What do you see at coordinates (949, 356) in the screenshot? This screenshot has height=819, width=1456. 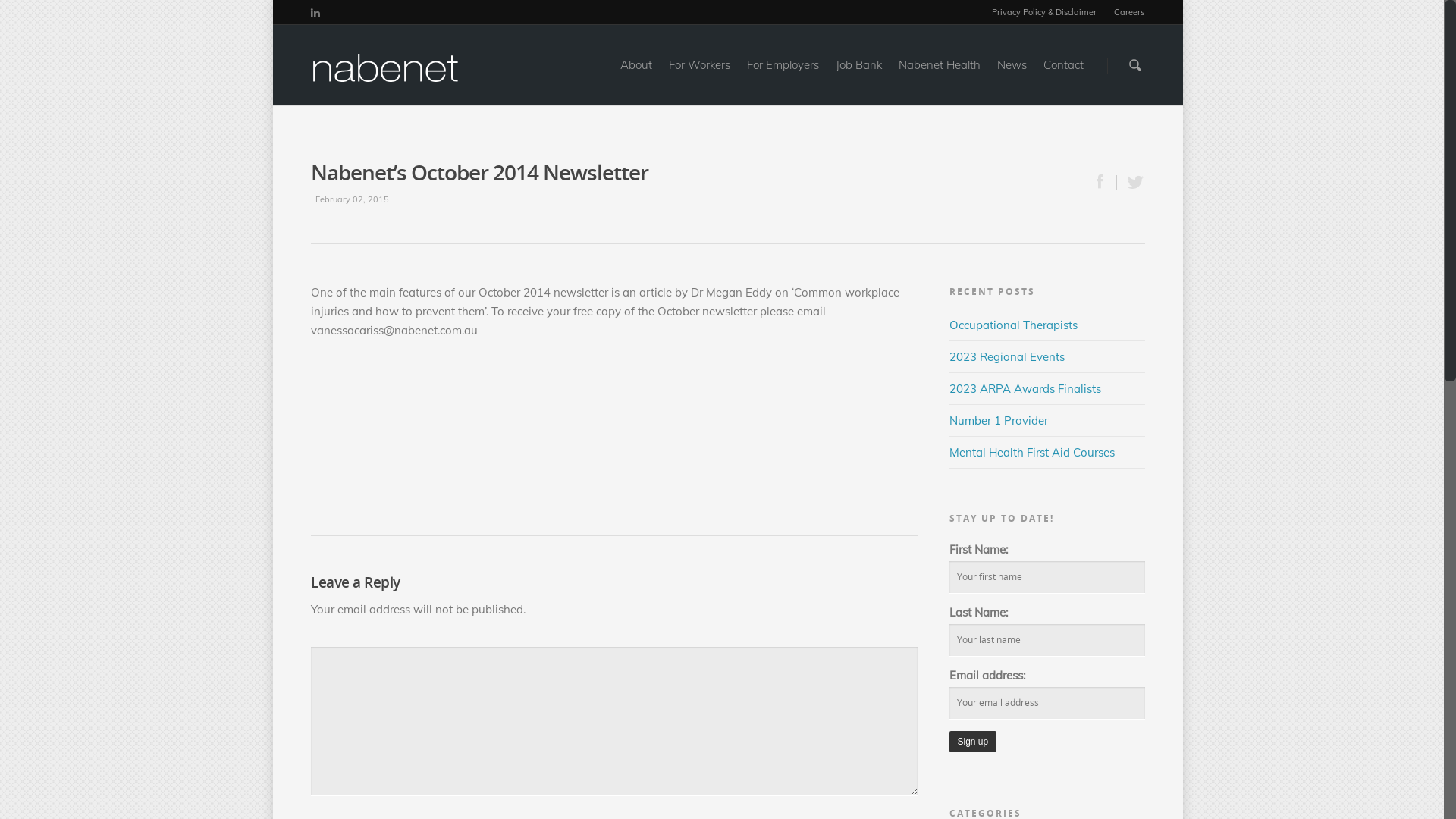 I see `'2023 Regional Events'` at bounding box center [949, 356].